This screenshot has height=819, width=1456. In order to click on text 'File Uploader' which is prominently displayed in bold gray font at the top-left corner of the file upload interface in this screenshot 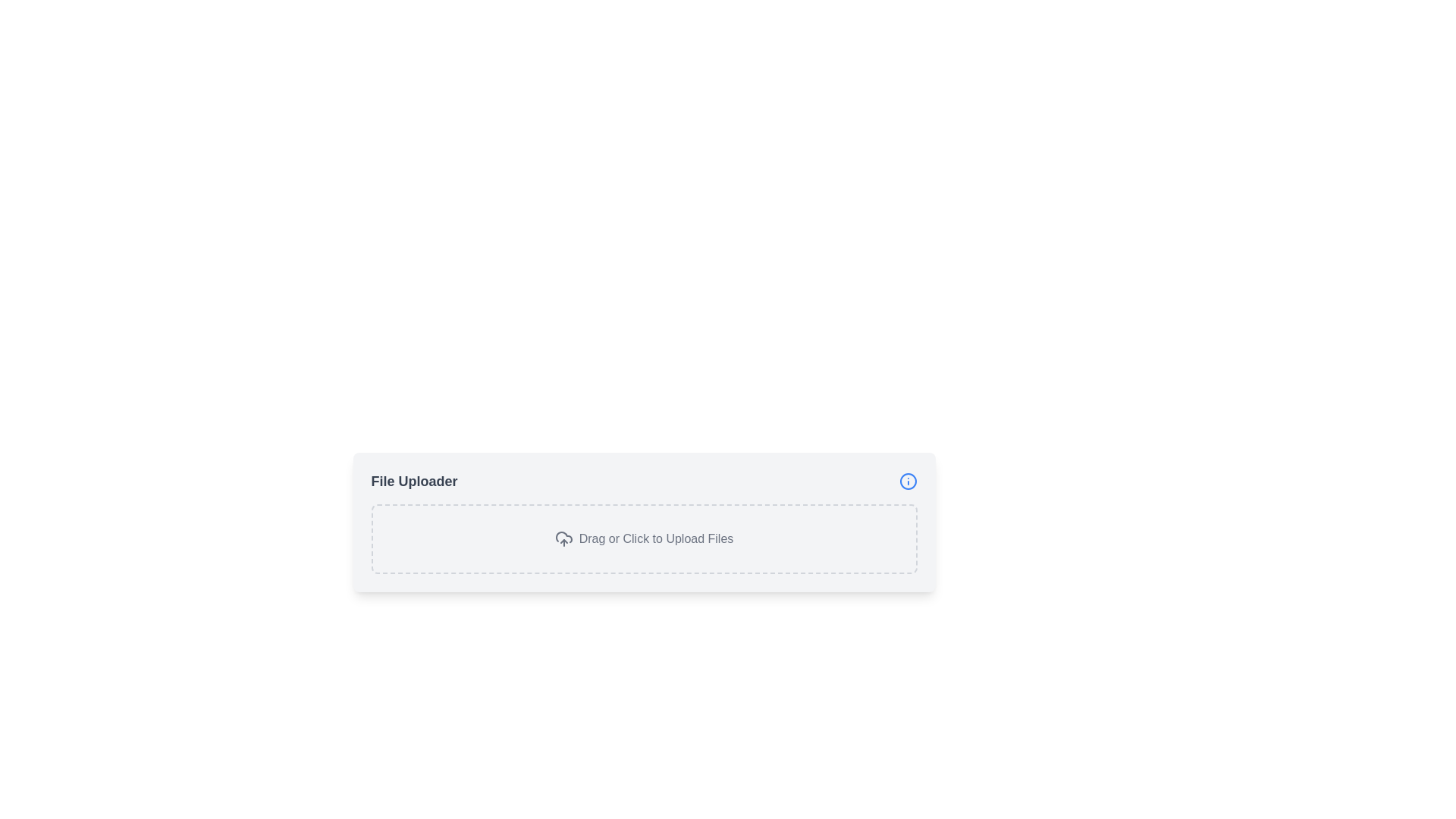, I will do `click(414, 482)`.